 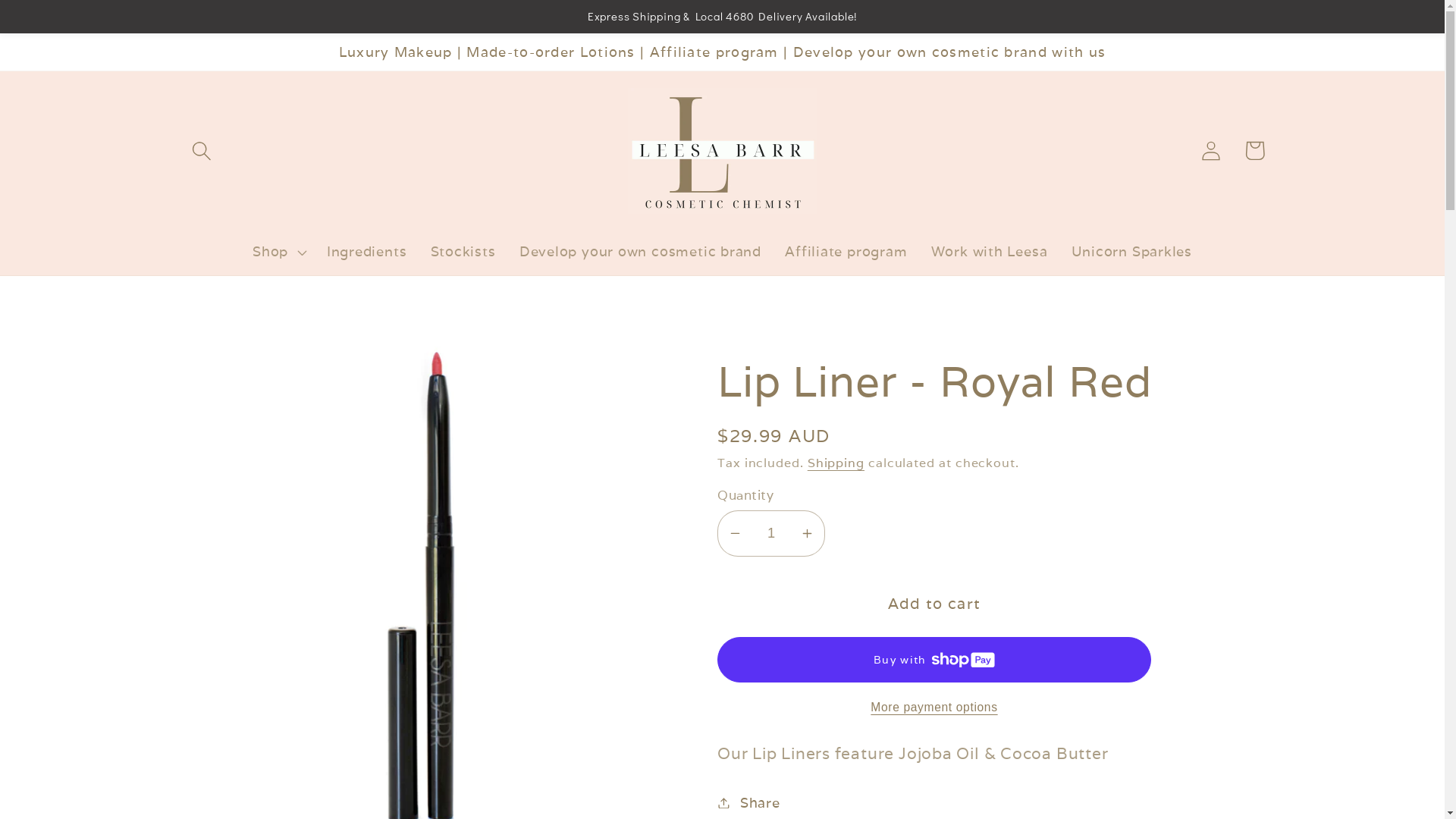 What do you see at coordinates (989, 250) in the screenshot?
I see `'Work with Leesa'` at bounding box center [989, 250].